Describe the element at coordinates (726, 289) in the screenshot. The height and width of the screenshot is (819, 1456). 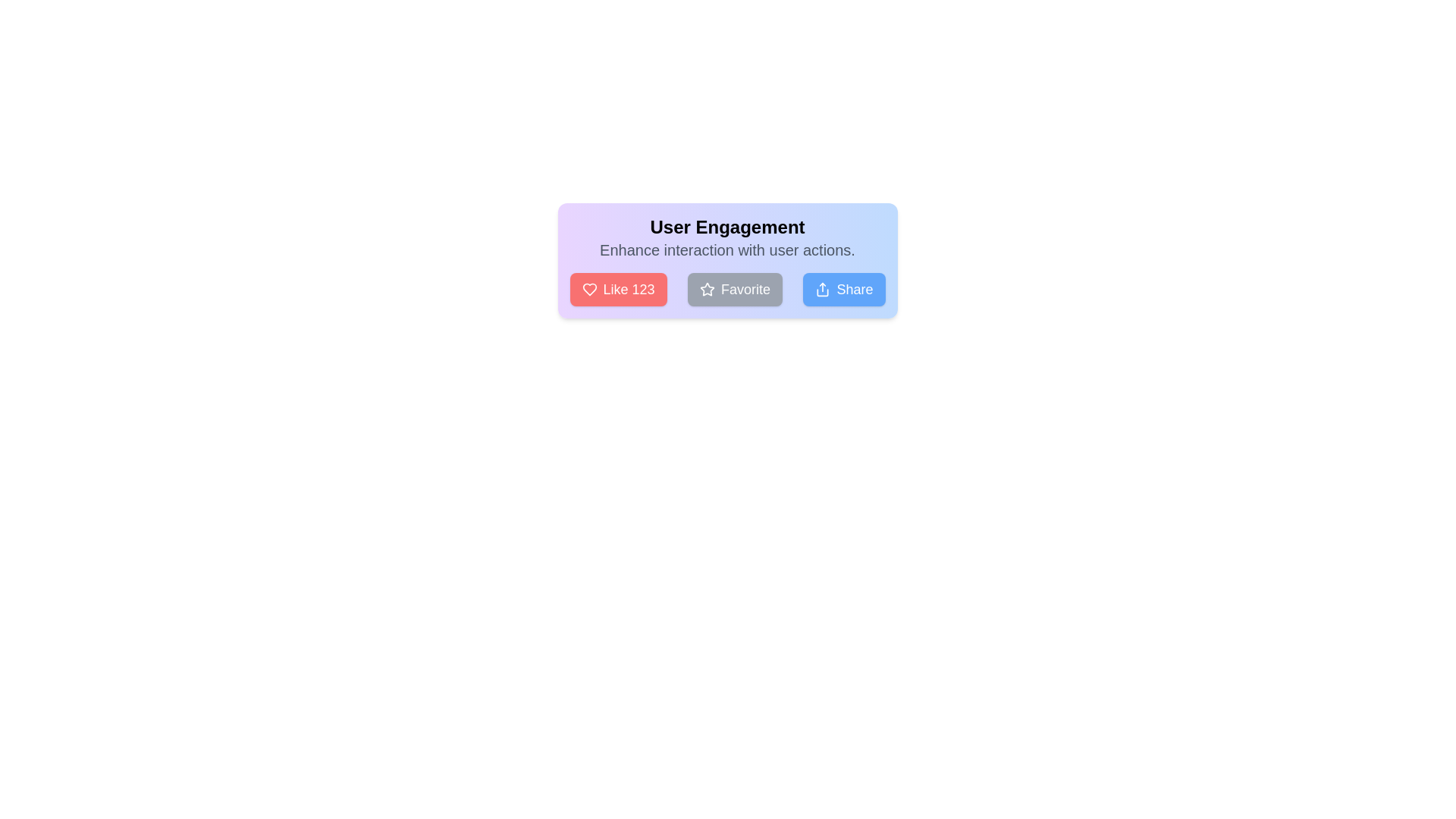
I see `the favorite button located at the center of the row of interactive buttons at the bottom of the card, which toggles the state to mark an item as favorite` at that location.